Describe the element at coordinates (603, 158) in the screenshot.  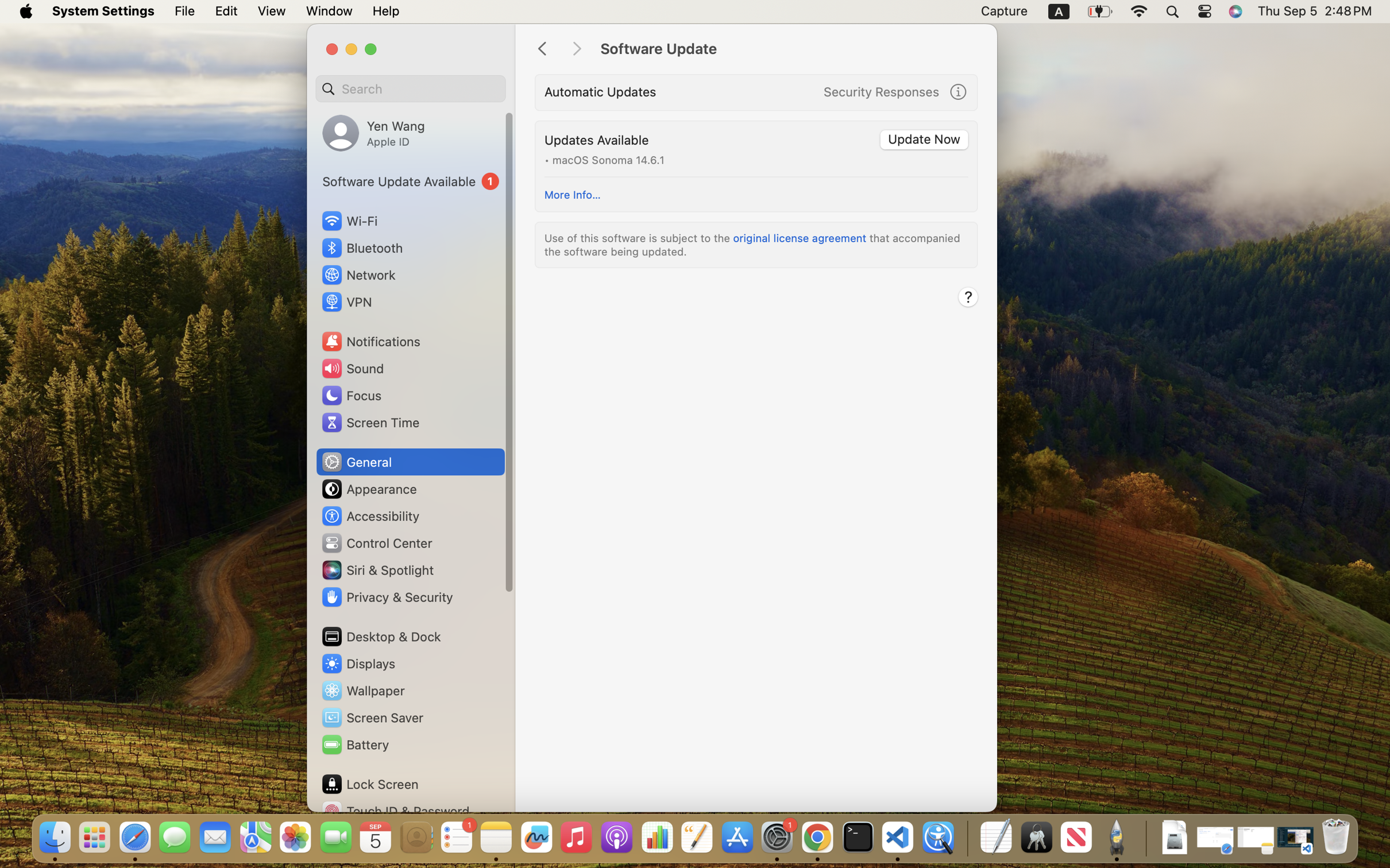
I see `'• macOS Sonoma 14.6.1'` at that location.